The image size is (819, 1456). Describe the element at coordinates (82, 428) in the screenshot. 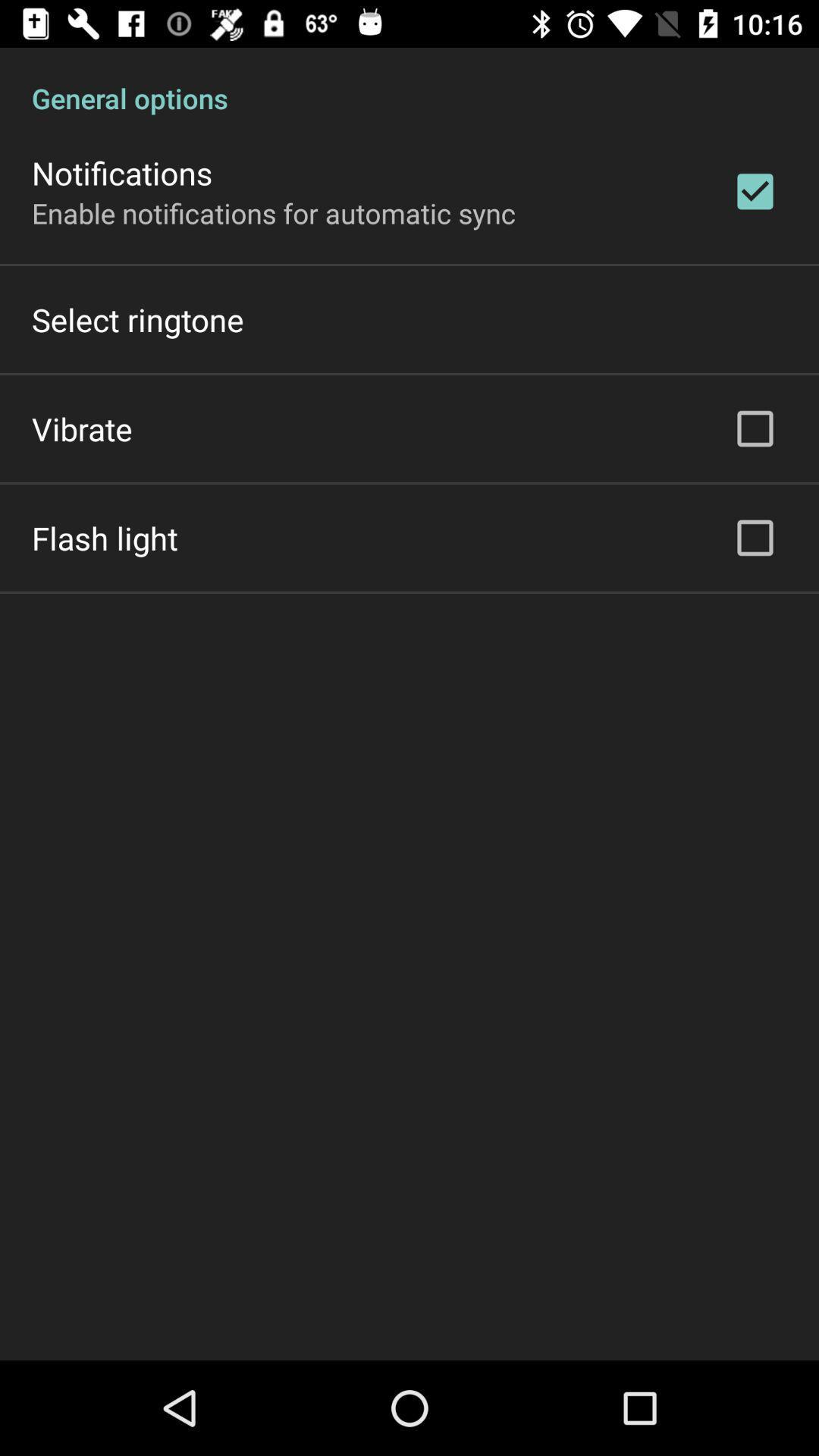

I see `vibrate item` at that location.